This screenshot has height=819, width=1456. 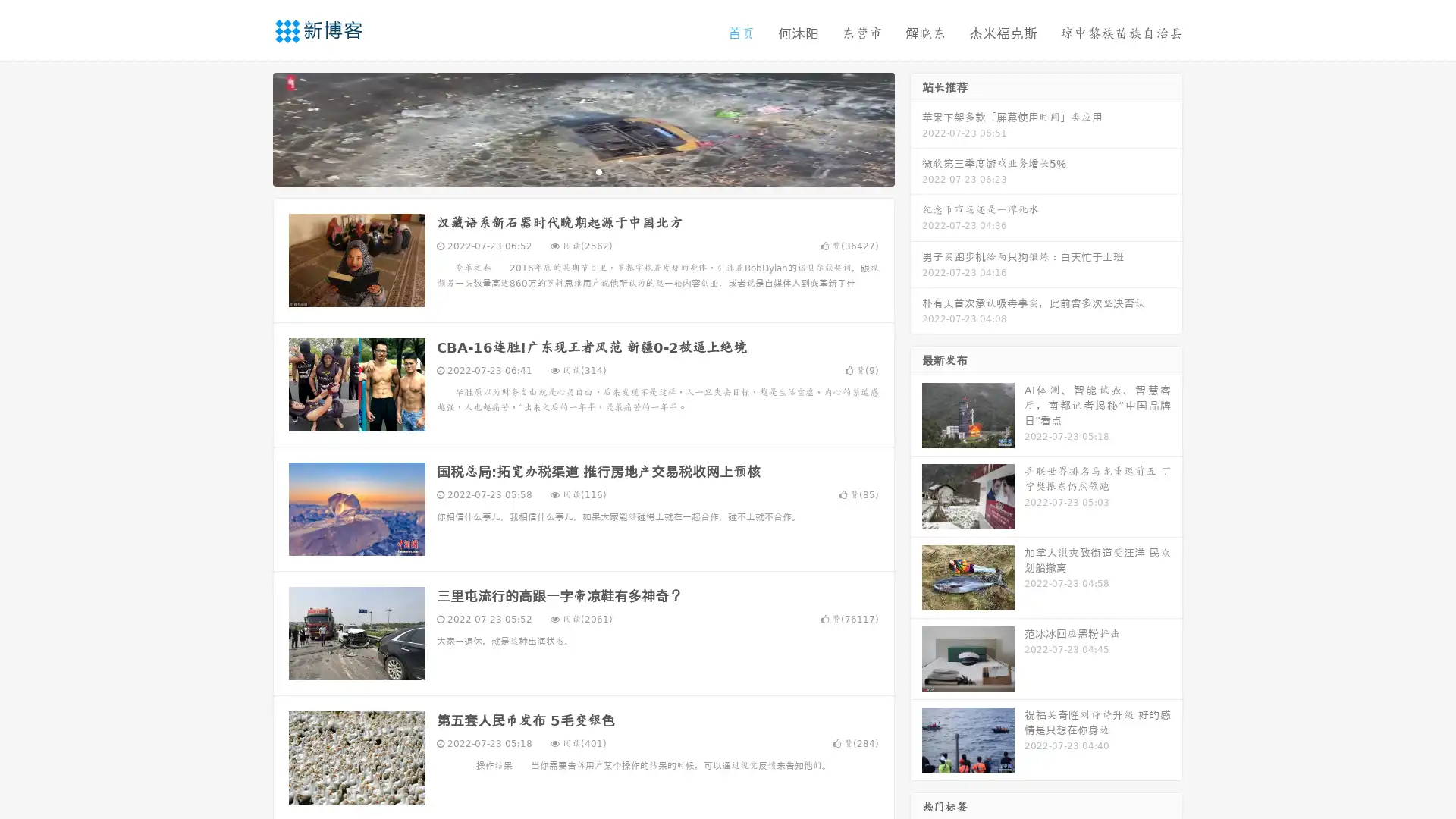 I want to click on Go to slide 3, so click(x=598, y=171).